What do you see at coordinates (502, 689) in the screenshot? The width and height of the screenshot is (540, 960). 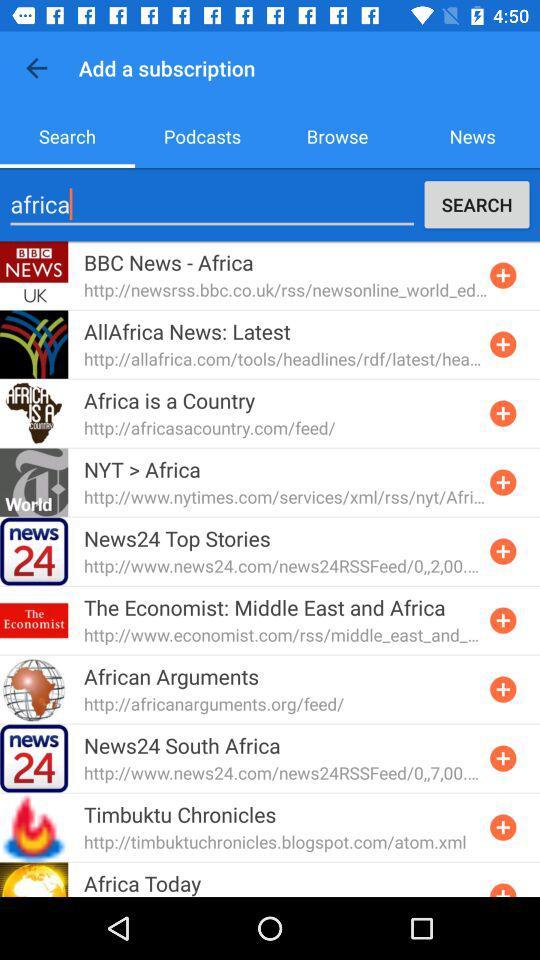 I see `subscribe to african arguments` at bounding box center [502, 689].